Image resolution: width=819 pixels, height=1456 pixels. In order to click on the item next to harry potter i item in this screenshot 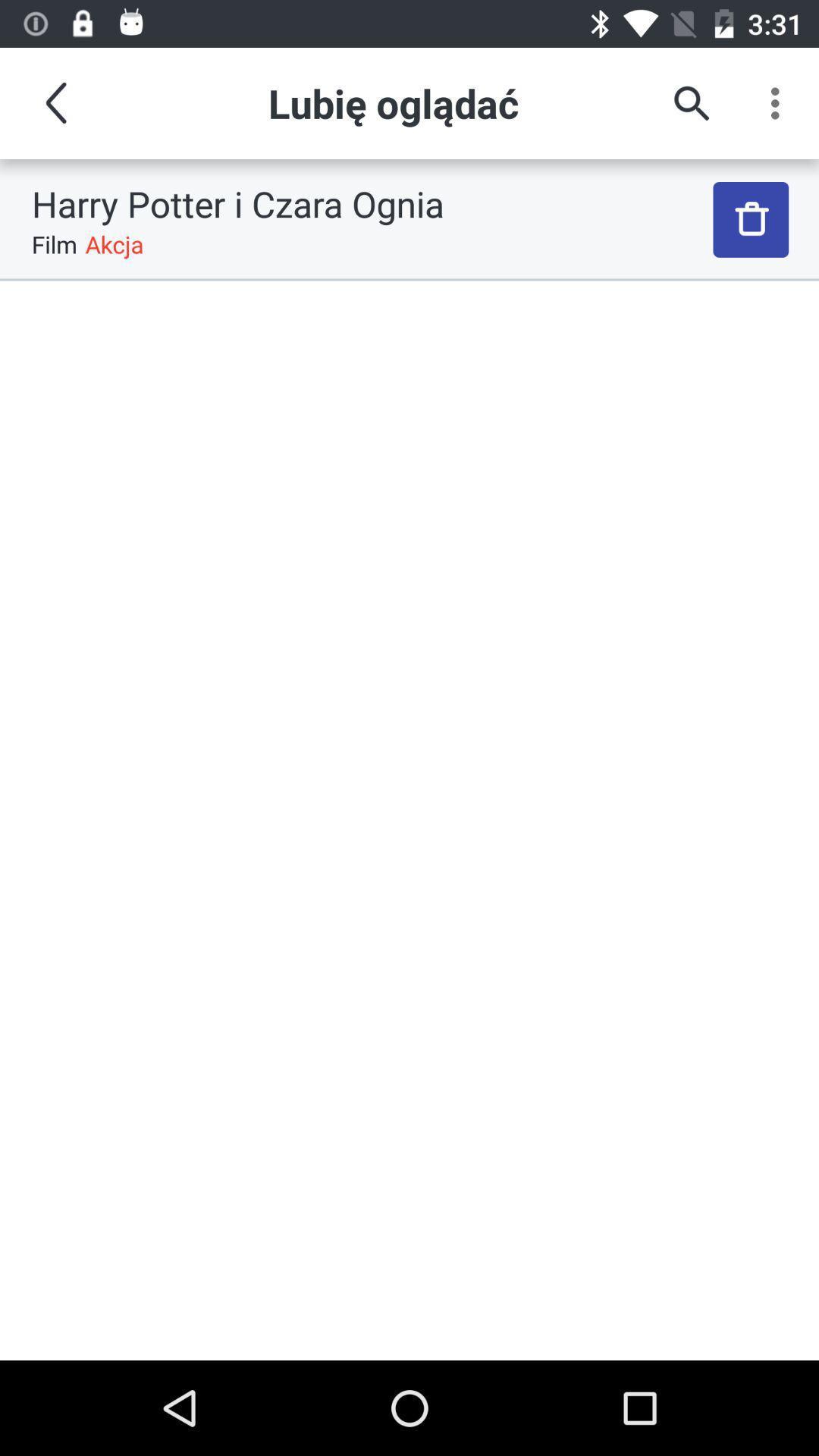, I will do `click(751, 218)`.